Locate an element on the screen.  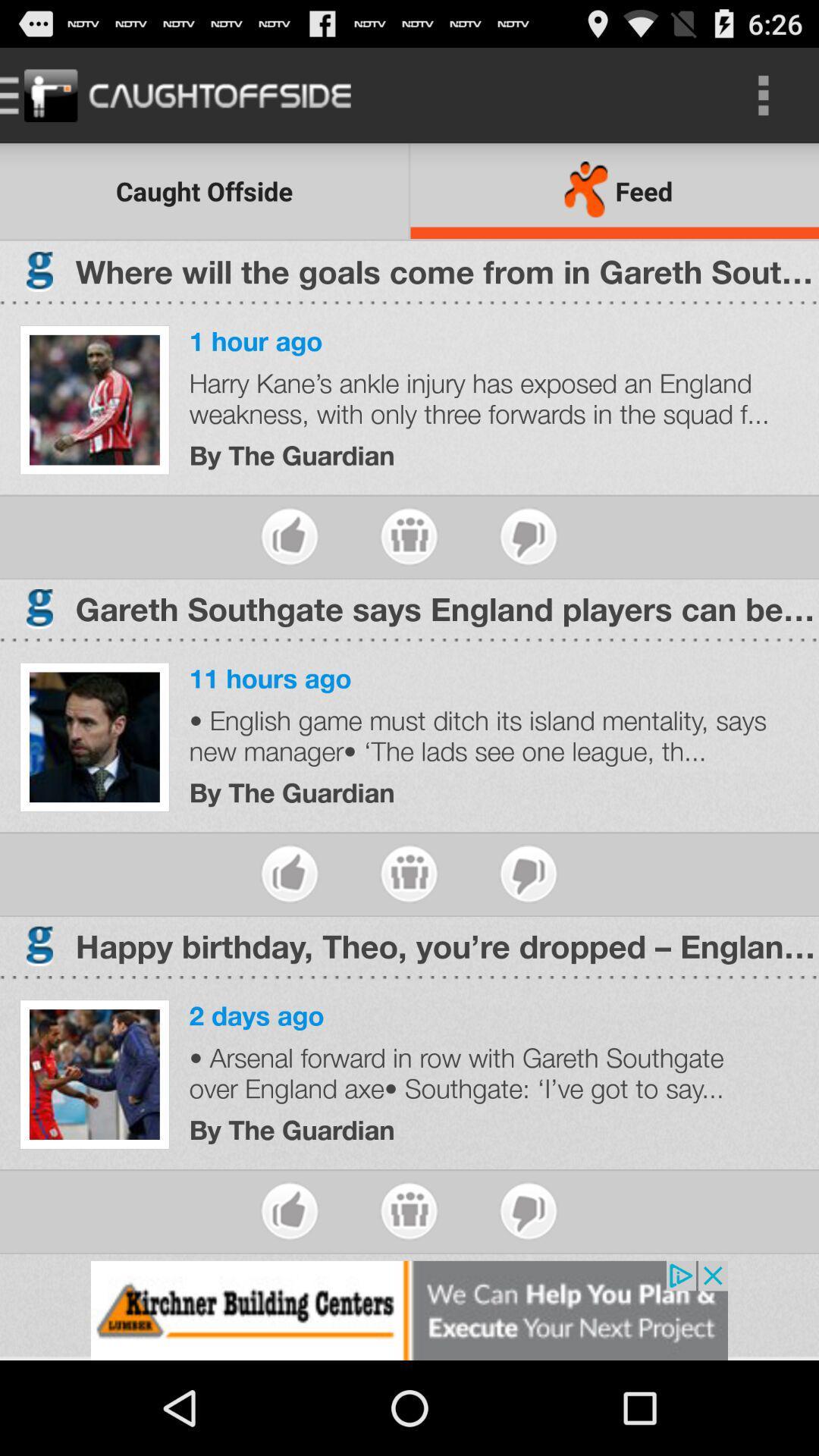
like the article is located at coordinates (290, 1210).